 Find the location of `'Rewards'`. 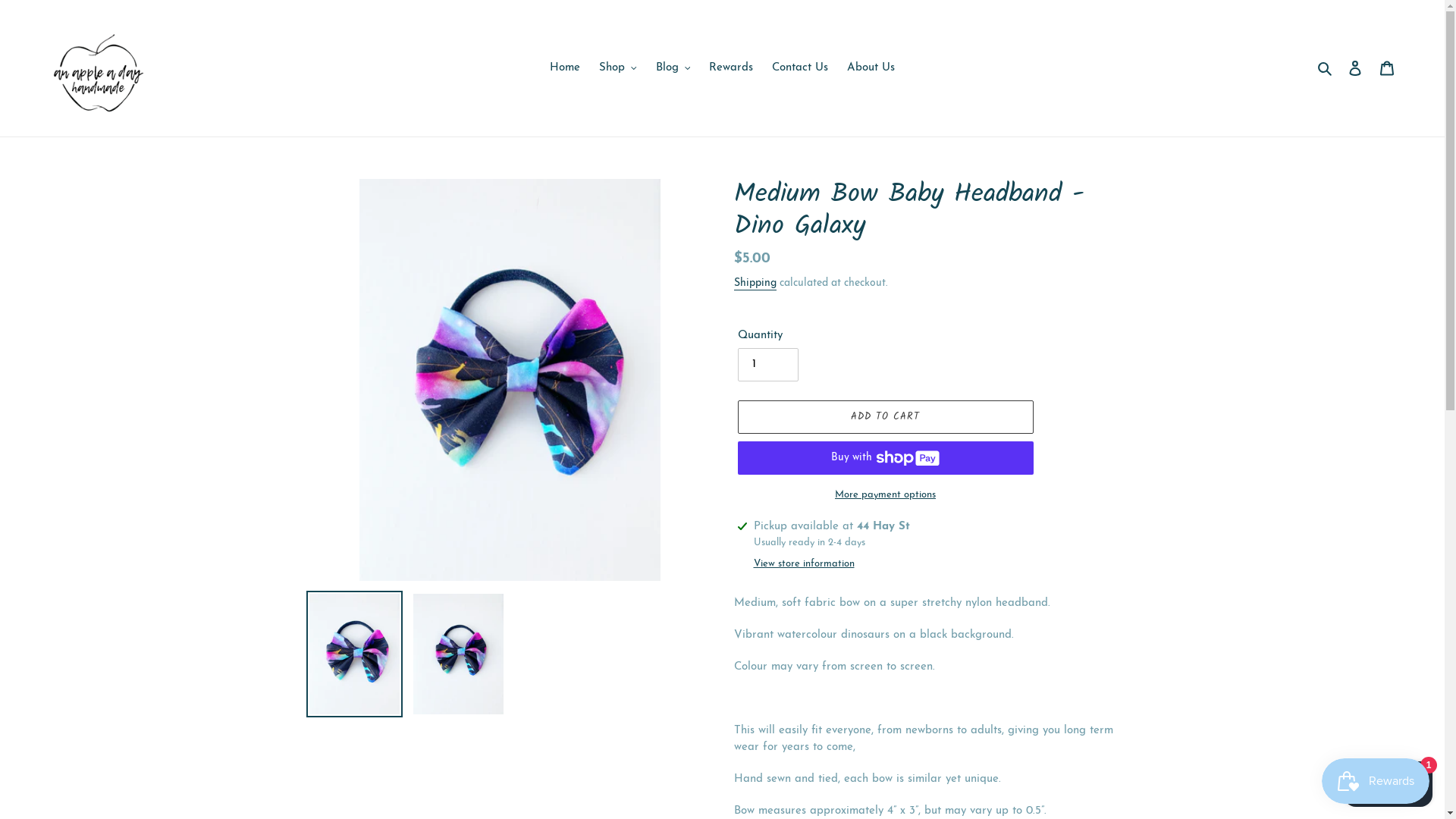

'Rewards' is located at coordinates (731, 68).